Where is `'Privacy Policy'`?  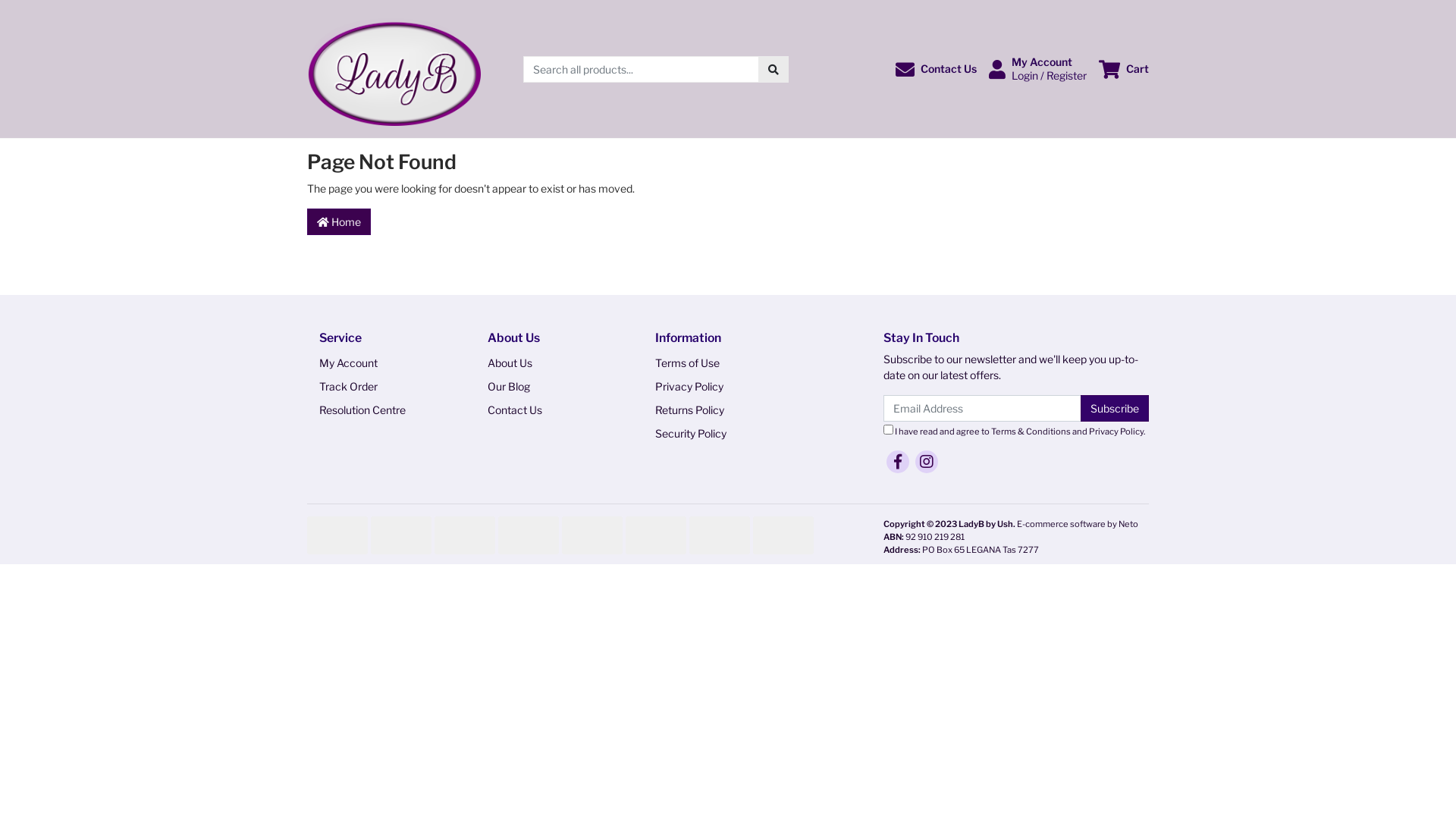
'Privacy Policy' is located at coordinates (1116, 431).